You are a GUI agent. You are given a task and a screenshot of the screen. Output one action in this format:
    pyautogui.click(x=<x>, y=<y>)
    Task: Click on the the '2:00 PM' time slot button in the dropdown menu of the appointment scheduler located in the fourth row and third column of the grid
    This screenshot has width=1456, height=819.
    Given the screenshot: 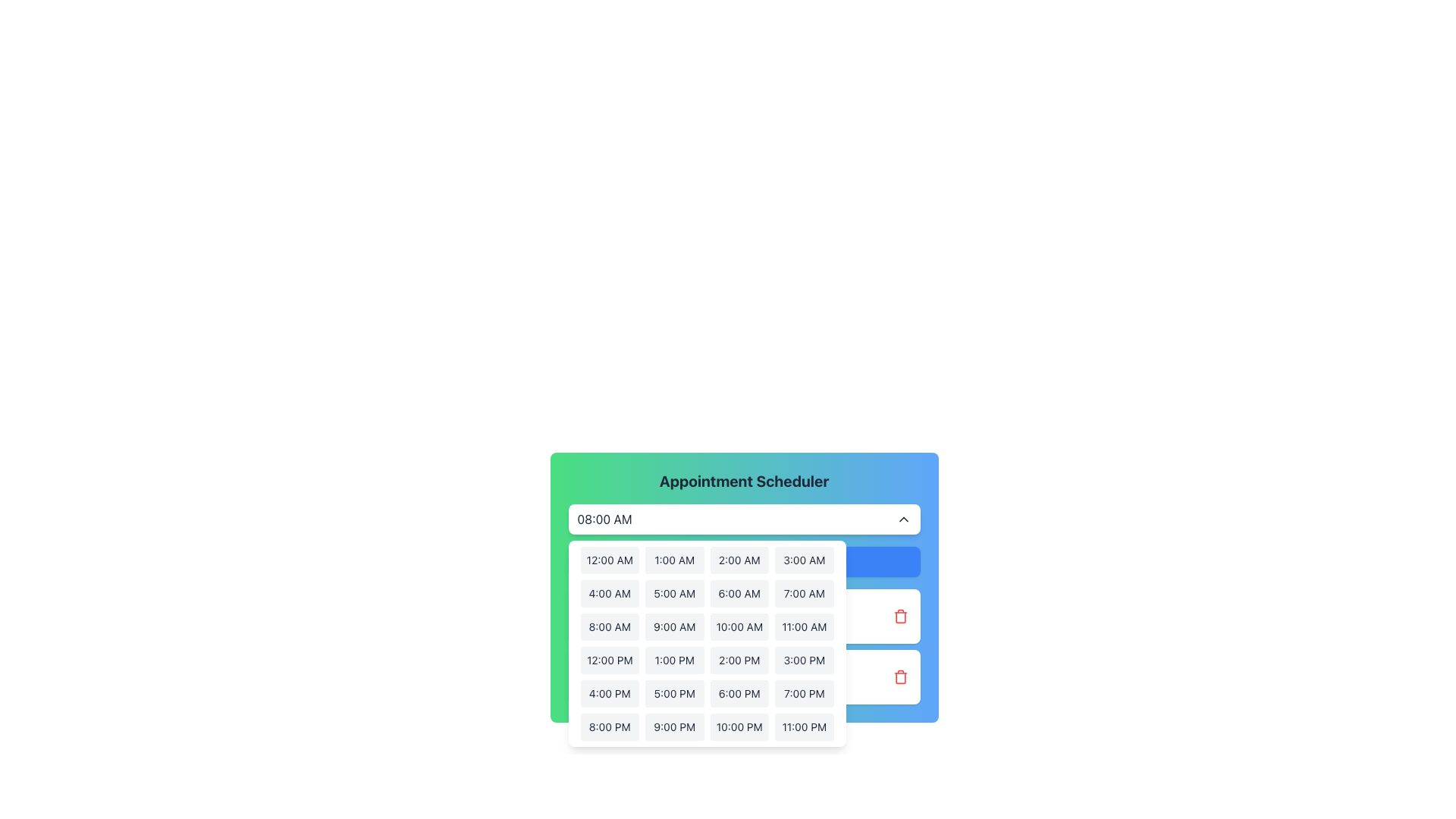 What is the action you would take?
    pyautogui.click(x=739, y=660)
    